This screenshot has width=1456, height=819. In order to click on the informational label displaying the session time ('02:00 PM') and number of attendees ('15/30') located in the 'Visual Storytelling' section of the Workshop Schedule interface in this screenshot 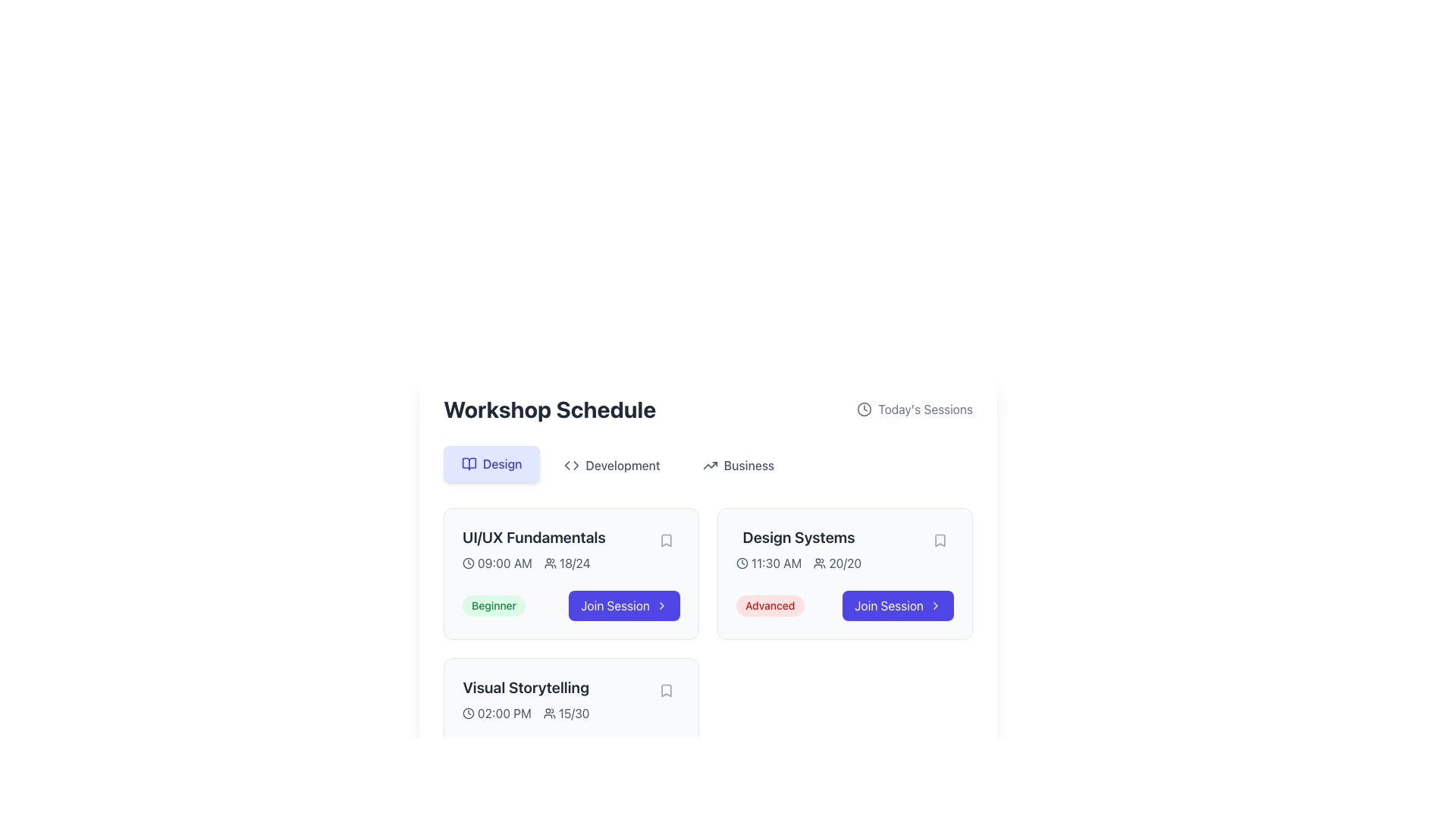, I will do `click(526, 714)`.